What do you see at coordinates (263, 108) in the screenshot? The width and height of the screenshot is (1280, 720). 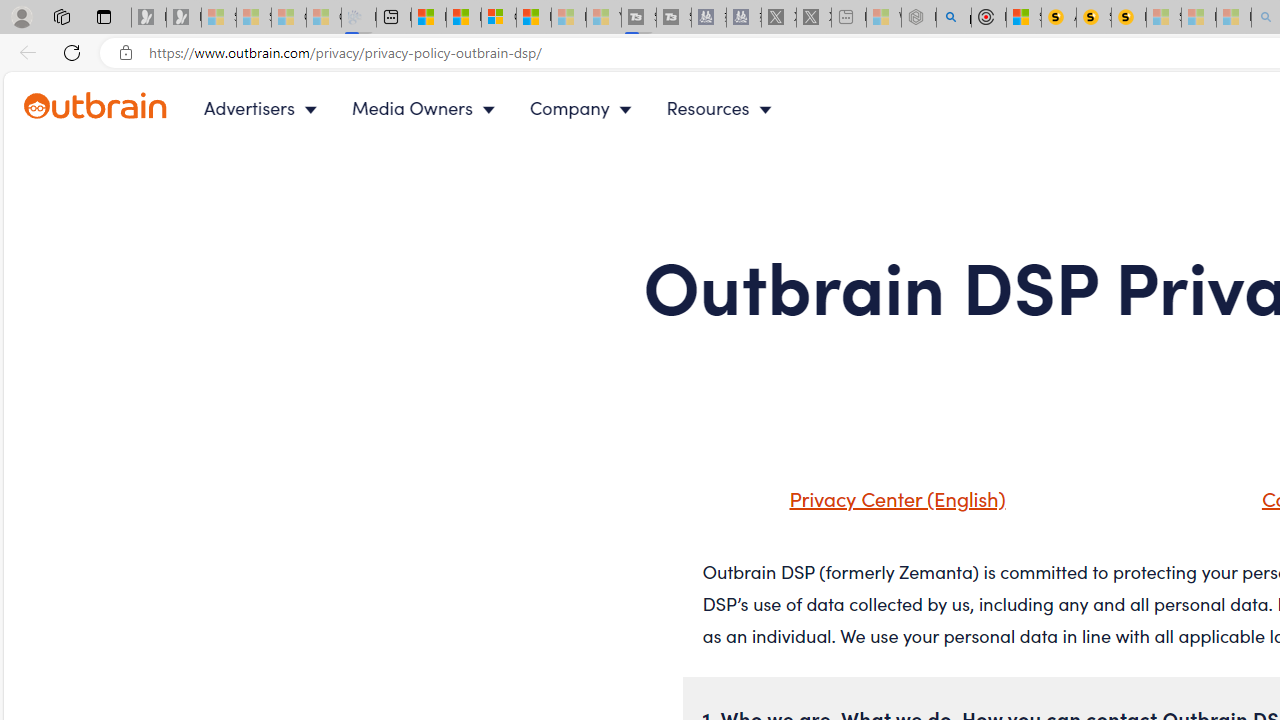 I see `'Advertisers'` at bounding box center [263, 108].